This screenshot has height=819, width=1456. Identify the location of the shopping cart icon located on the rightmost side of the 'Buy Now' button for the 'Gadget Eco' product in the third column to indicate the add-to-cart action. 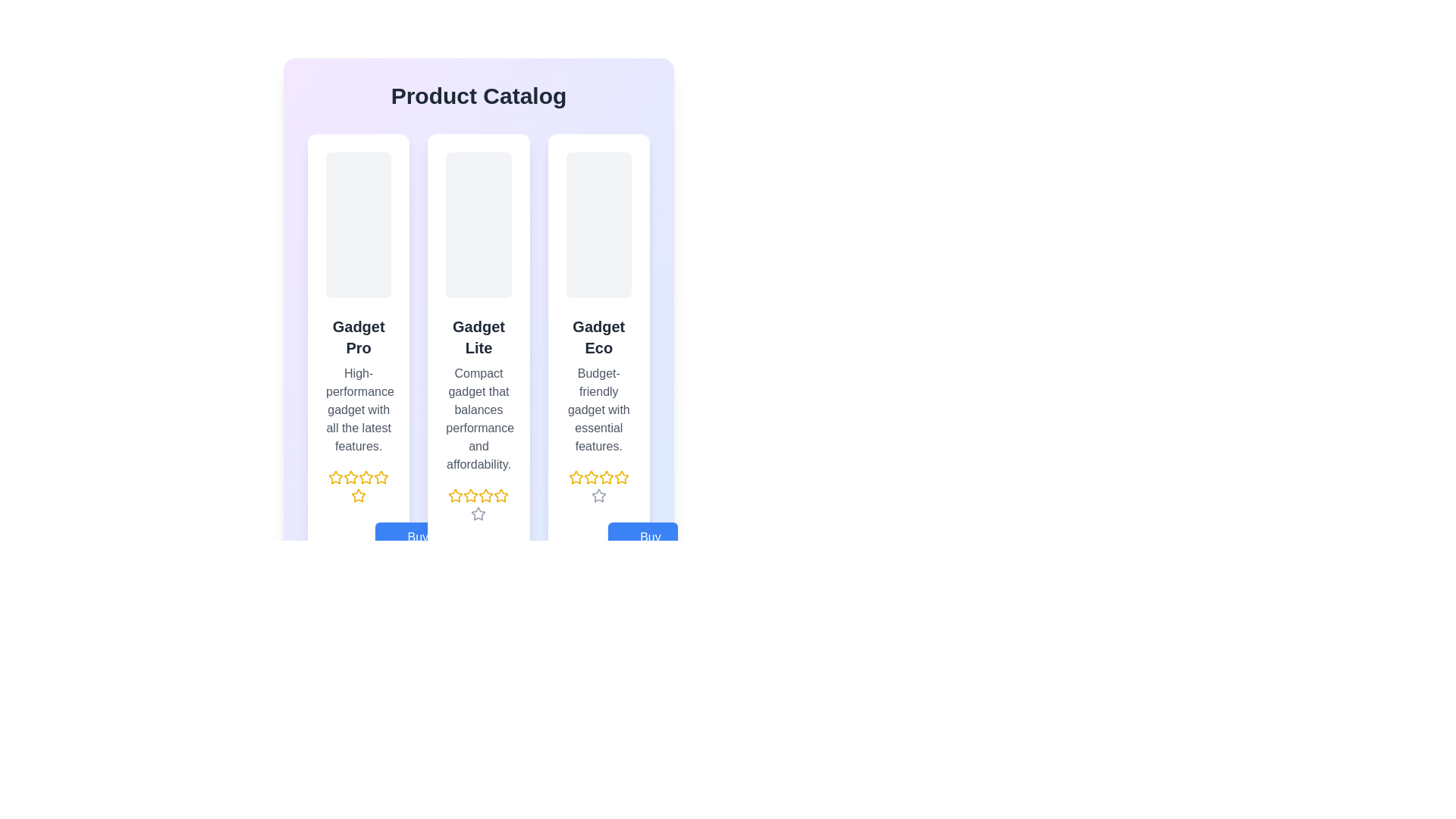
(624, 547).